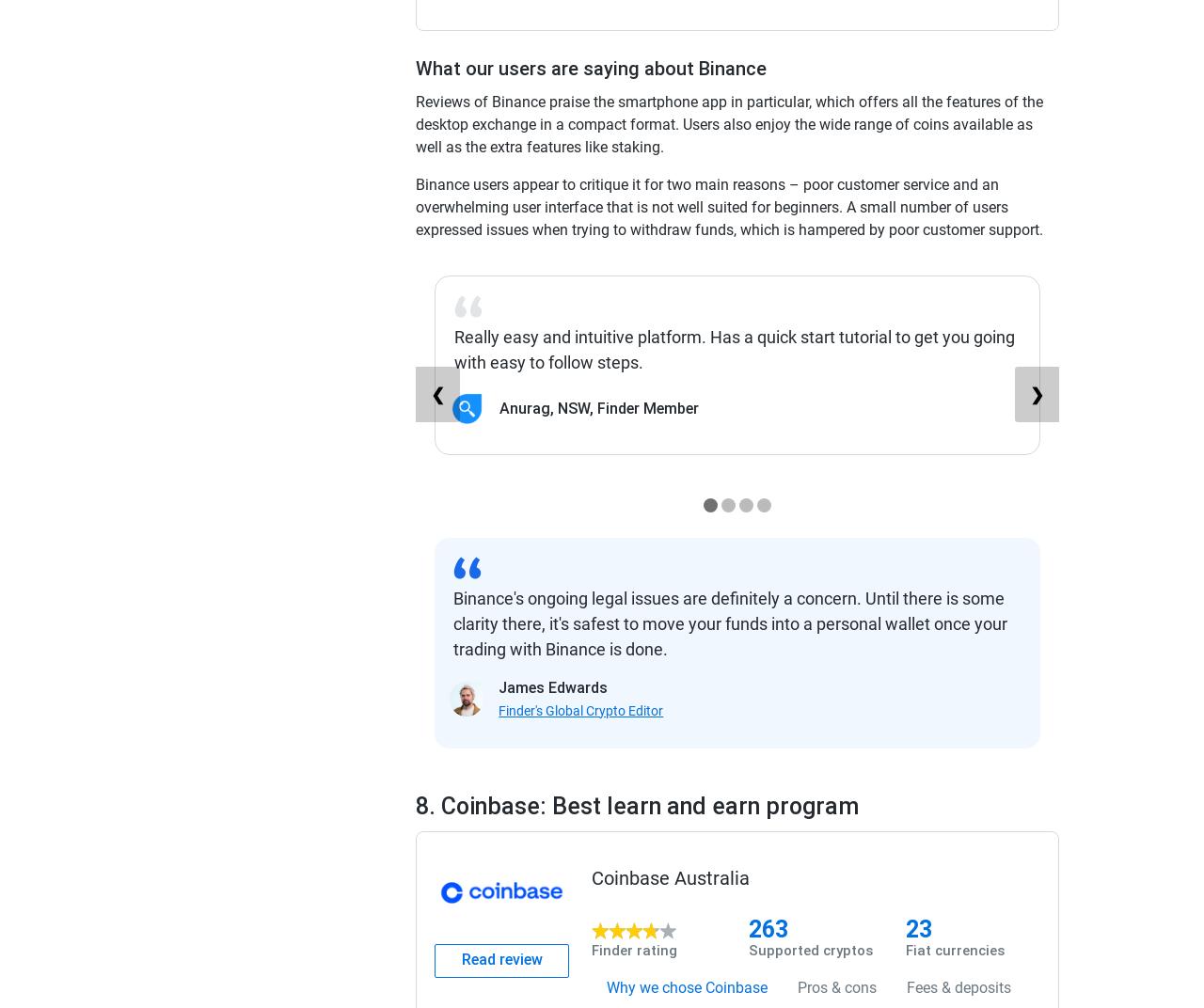 This screenshot has height=1008, width=1204. I want to click on 'Binance users appear to critique it for two main reasons – poor customer service and an overwhelming user interface that is not well suited for beginners. A small number of users expressed issues when trying to withdraw funds, which is hampered by poor customer support.', so click(728, 207).